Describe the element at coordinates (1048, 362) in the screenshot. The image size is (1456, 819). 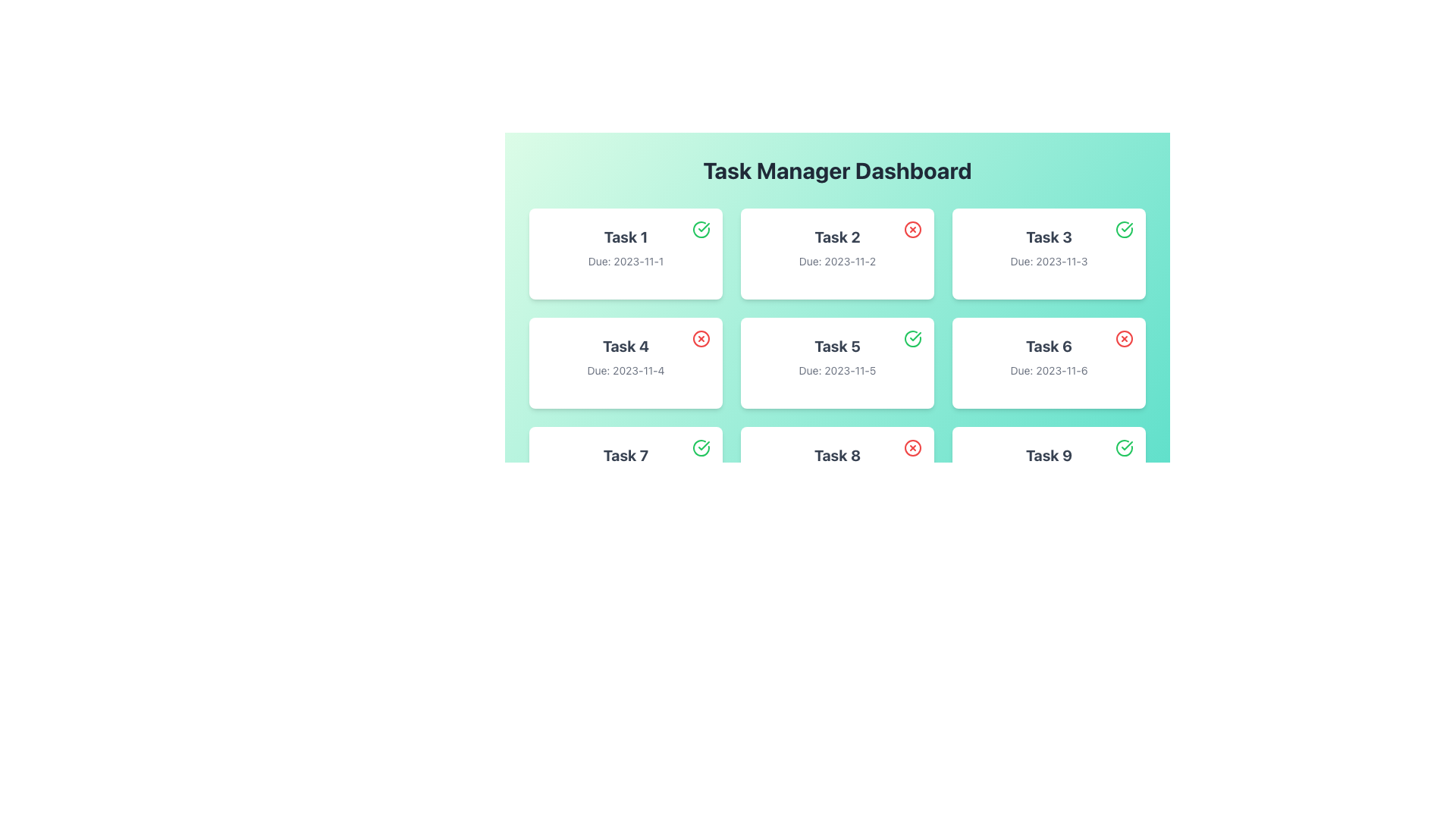
I see `the task card located in the second row and third column of the grid layout` at that location.